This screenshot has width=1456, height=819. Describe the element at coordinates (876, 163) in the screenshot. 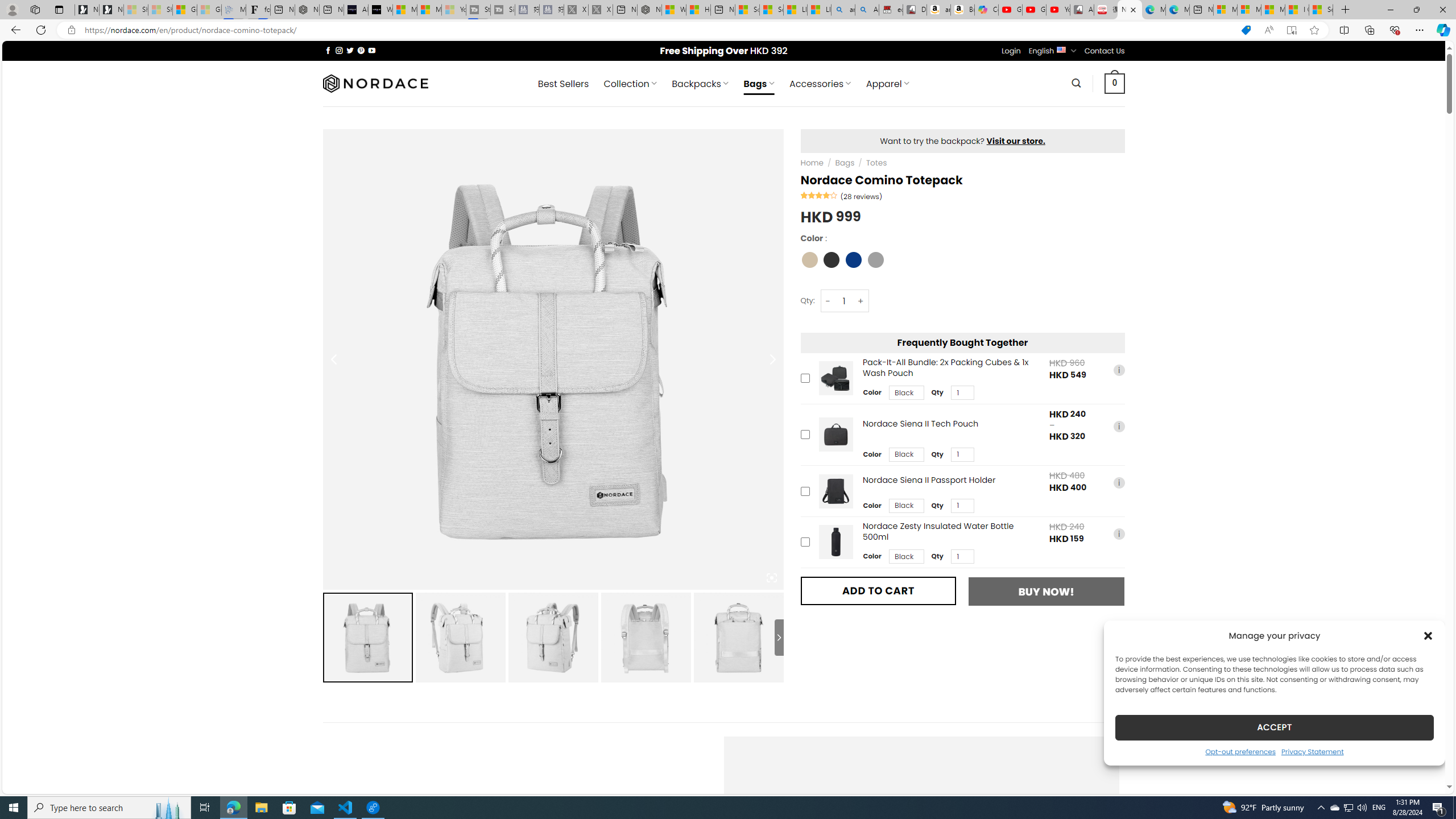

I see `'Totes'` at that location.